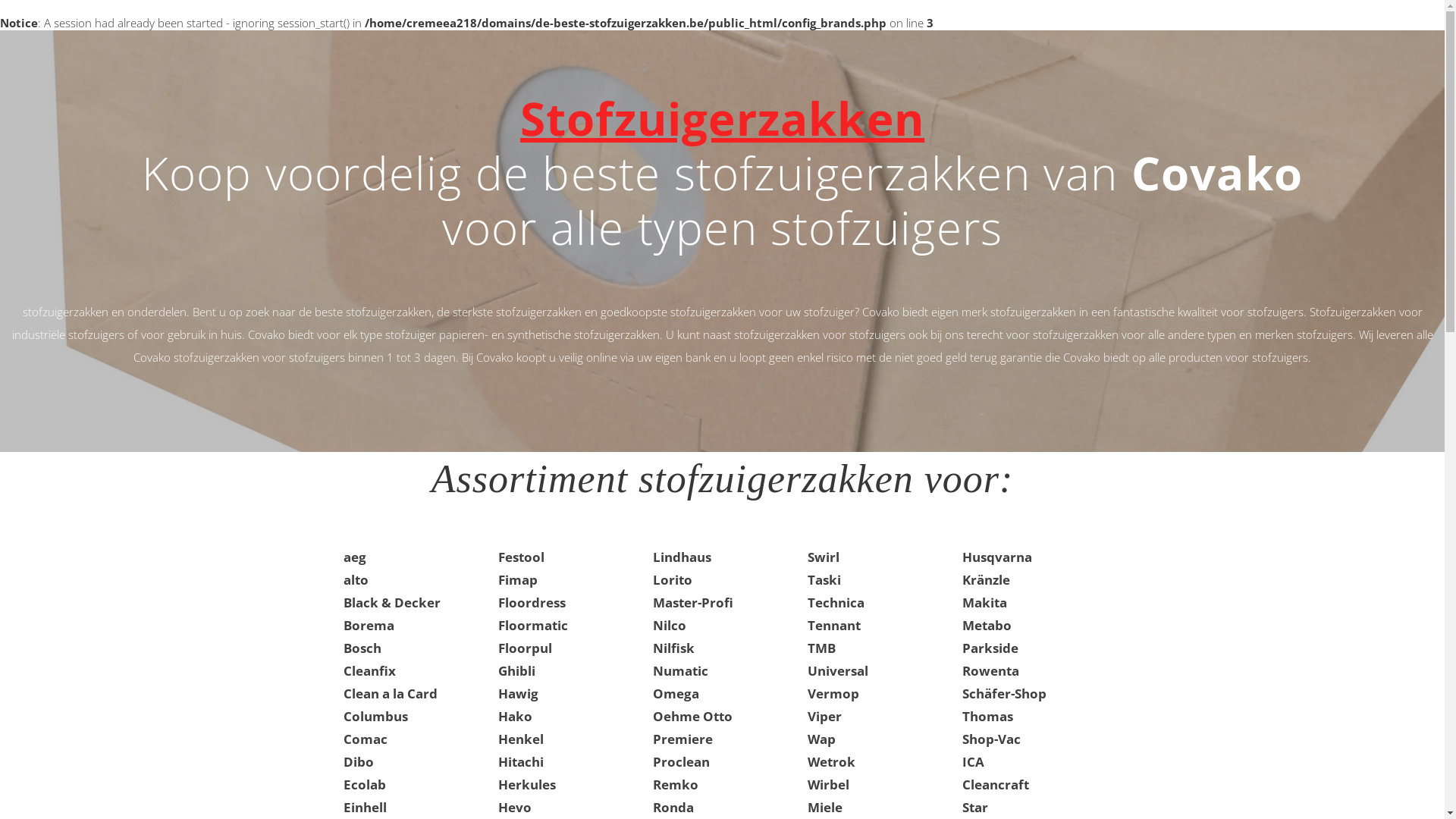 Image resolution: width=1456 pixels, height=819 pixels. What do you see at coordinates (364, 784) in the screenshot?
I see `'Ecolab'` at bounding box center [364, 784].